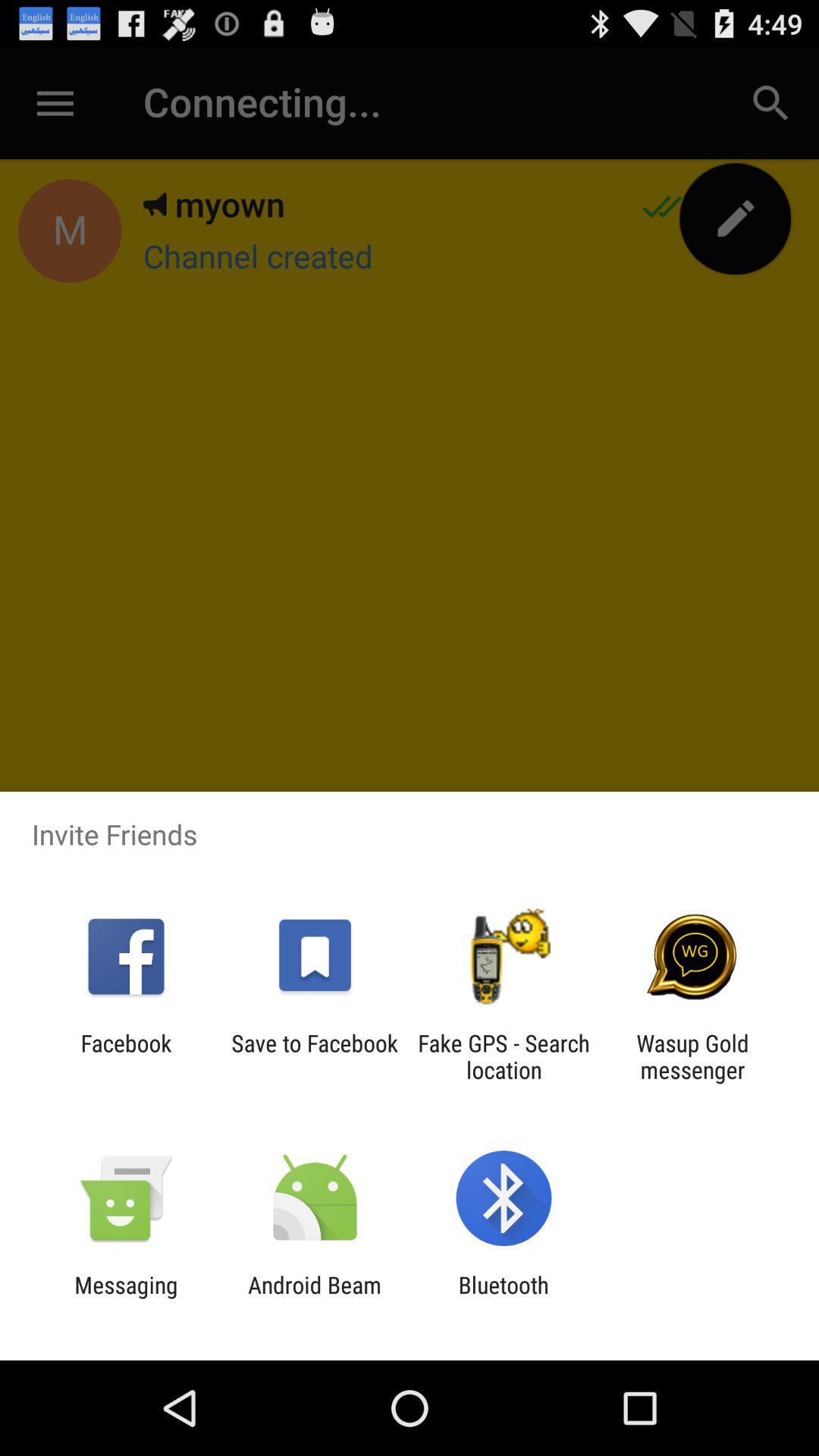 The image size is (819, 1456). I want to click on wasup gold messenger at the bottom right corner, so click(692, 1056).